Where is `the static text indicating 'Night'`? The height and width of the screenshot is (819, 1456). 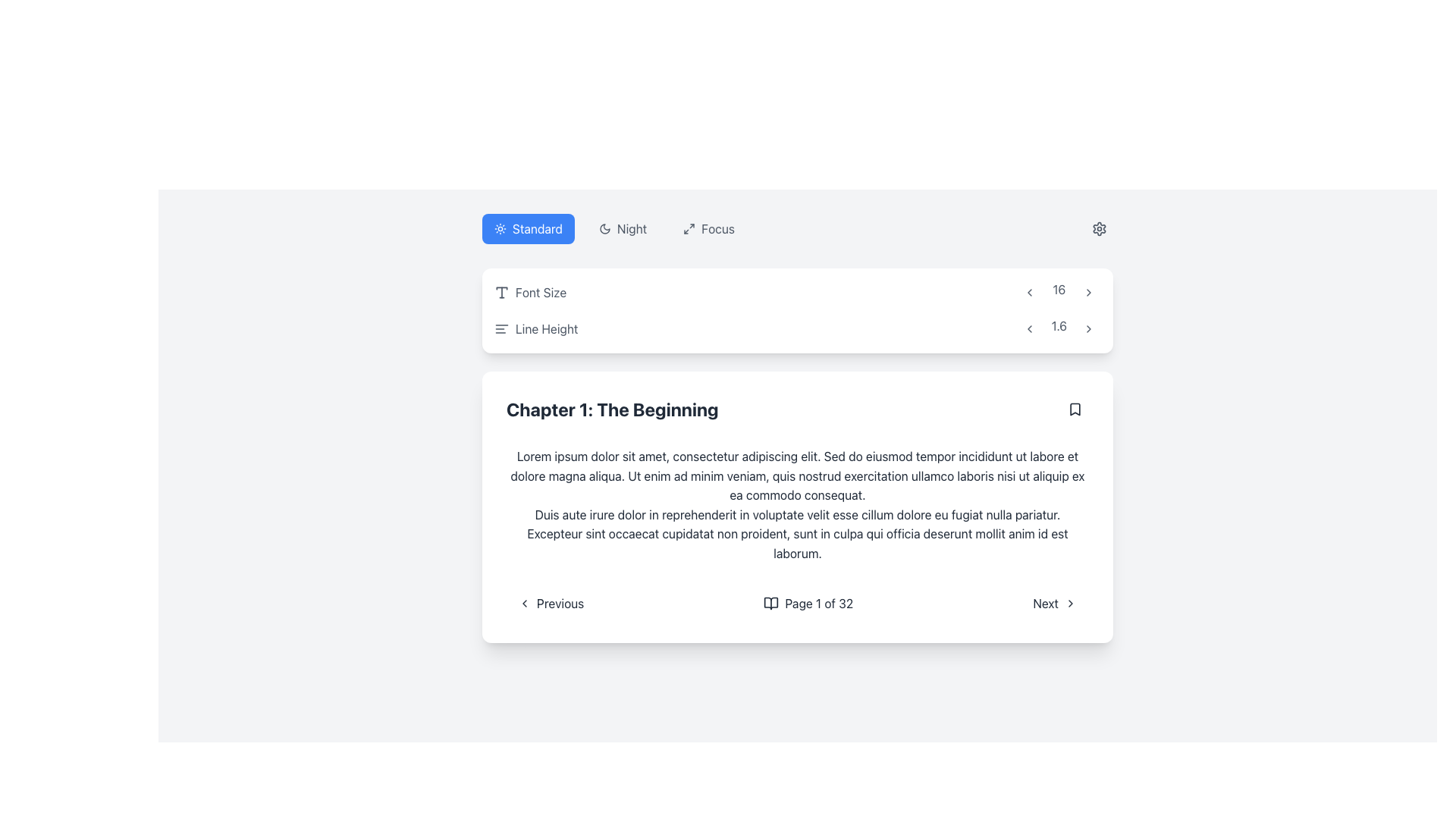 the static text indicating 'Night' is located at coordinates (632, 228).